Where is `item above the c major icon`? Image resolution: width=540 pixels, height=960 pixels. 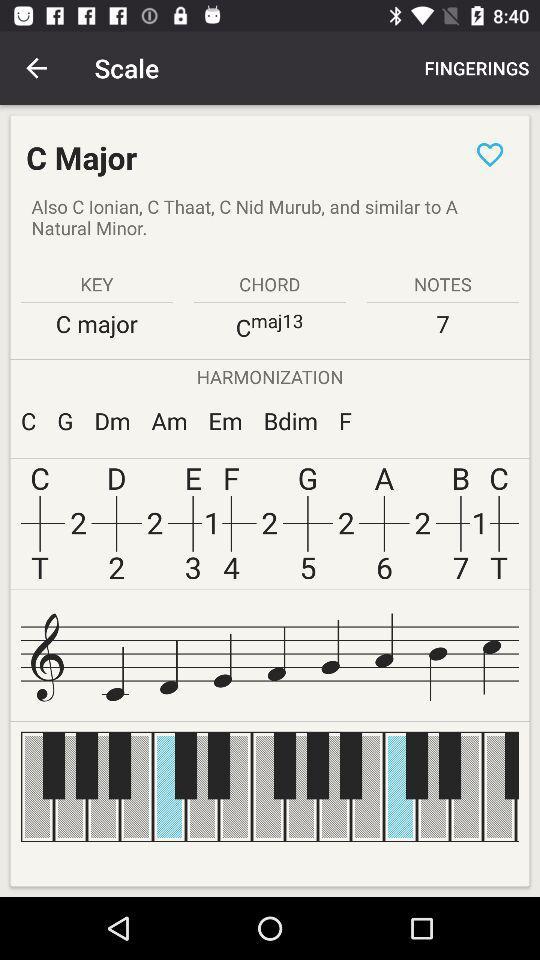
item above the c major icon is located at coordinates (36, 68).